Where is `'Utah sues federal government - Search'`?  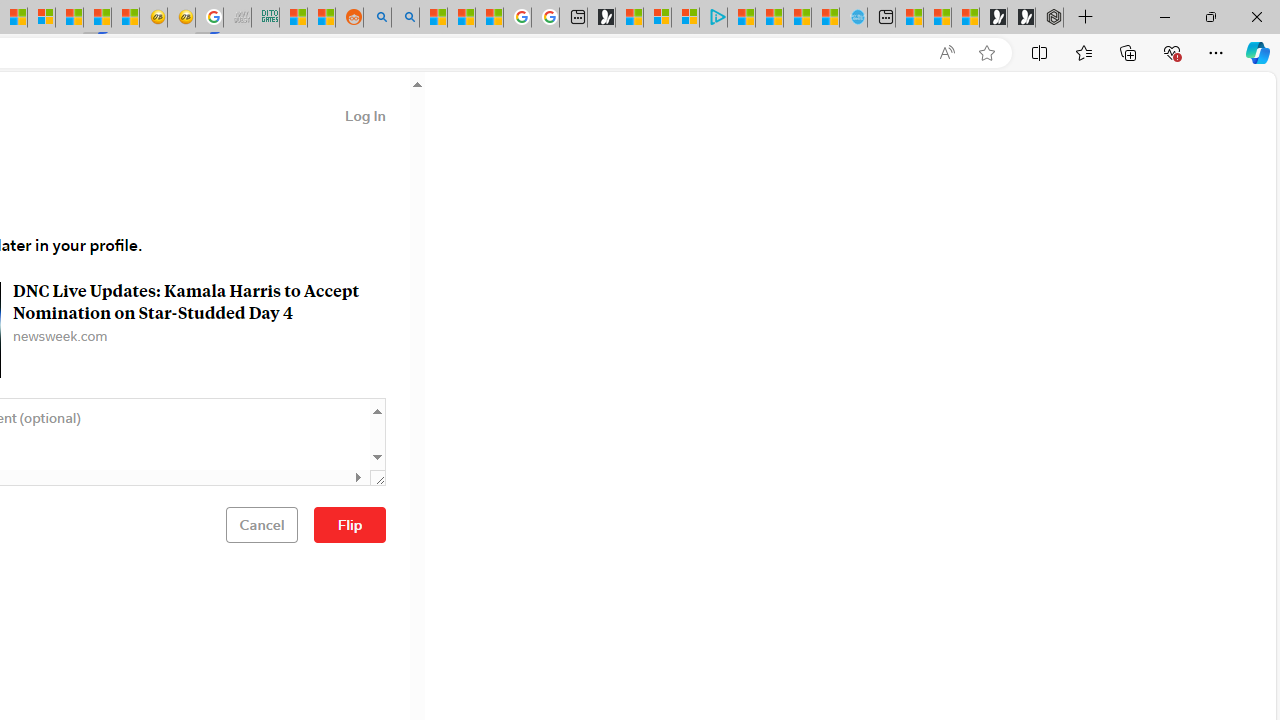 'Utah sues federal government - Search' is located at coordinates (404, 17).